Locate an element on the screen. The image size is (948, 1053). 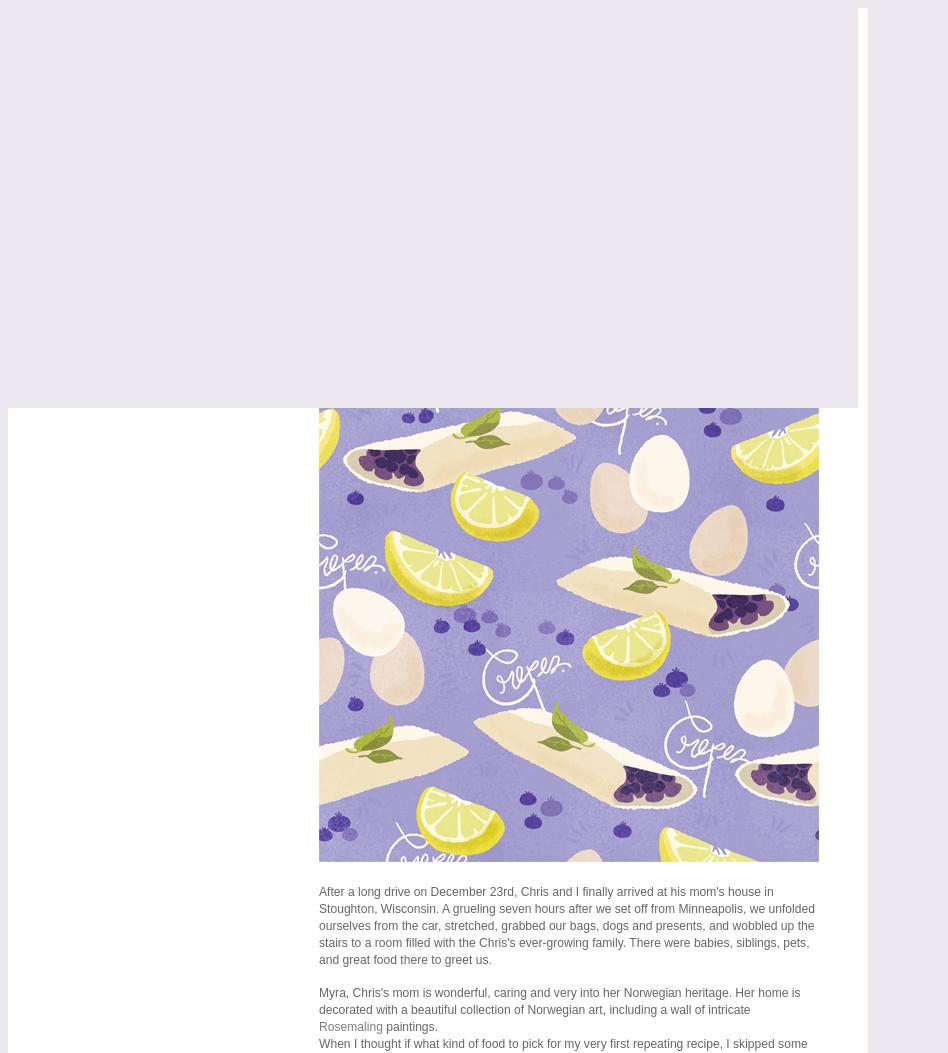
'Home' is located at coordinates (71, 188).